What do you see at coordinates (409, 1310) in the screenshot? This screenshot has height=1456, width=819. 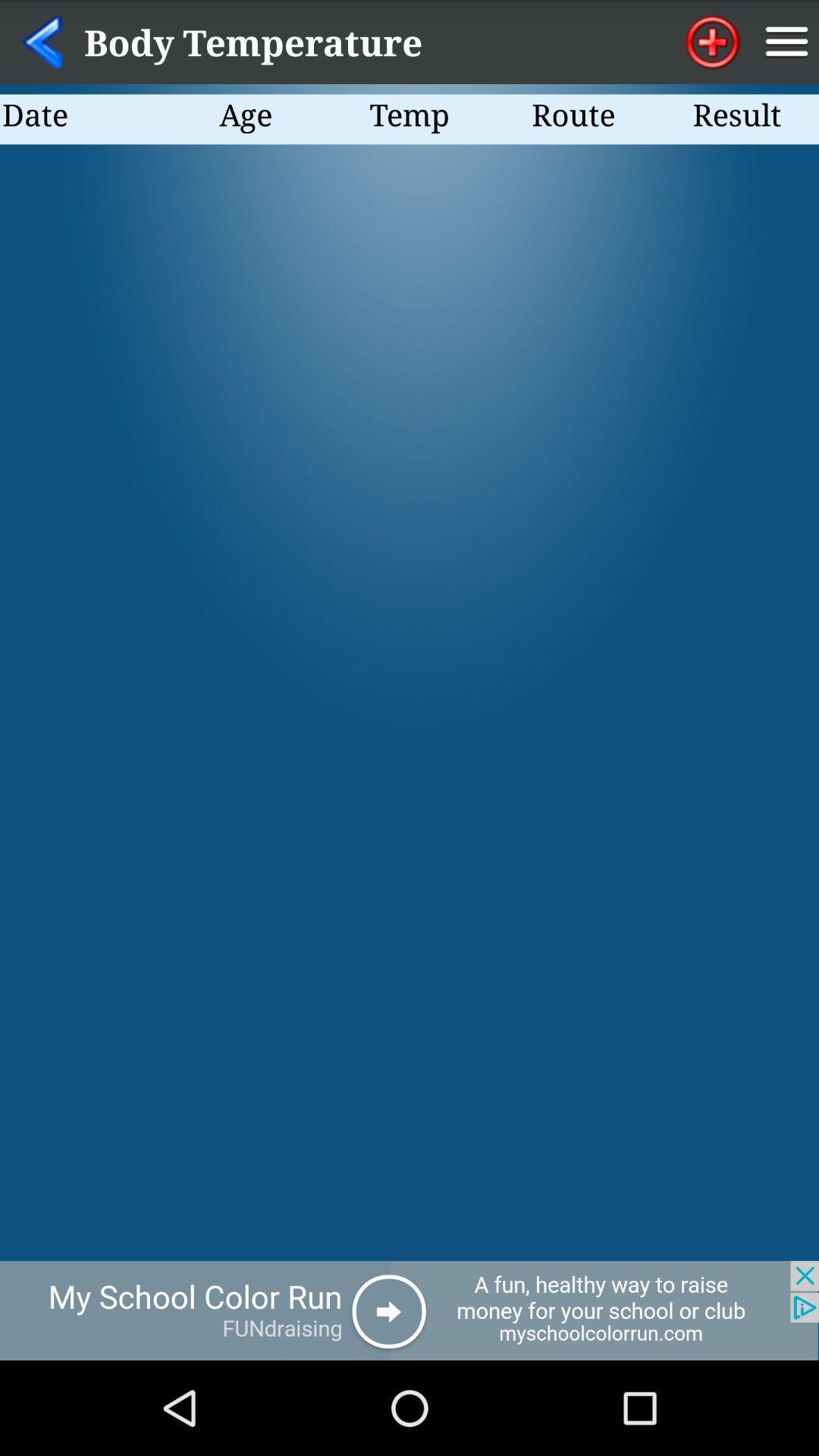 I see `go back` at bounding box center [409, 1310].